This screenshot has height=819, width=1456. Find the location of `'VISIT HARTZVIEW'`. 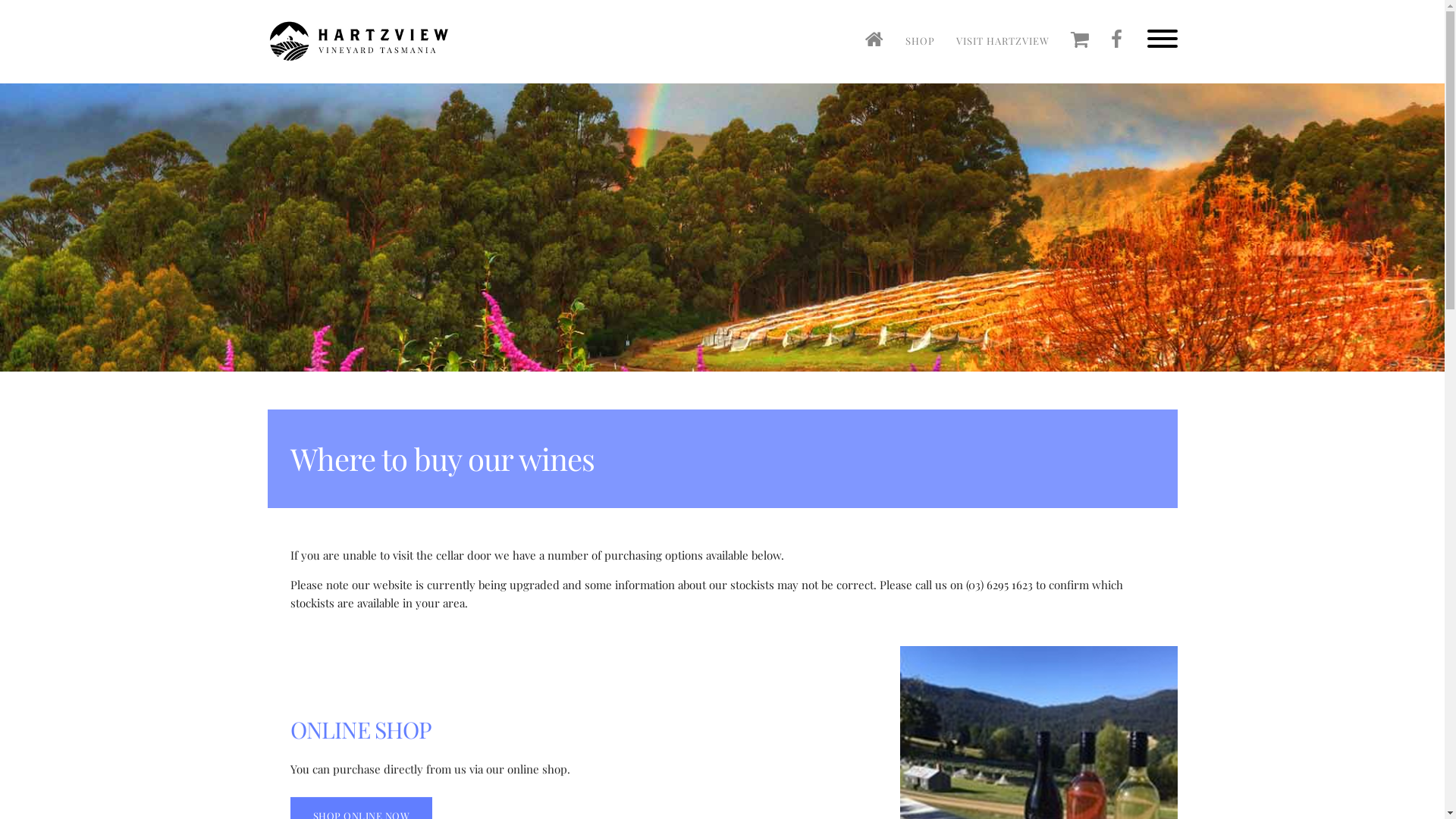

'VISIT HARTZVIEW' is located at coordinates (946, 39).